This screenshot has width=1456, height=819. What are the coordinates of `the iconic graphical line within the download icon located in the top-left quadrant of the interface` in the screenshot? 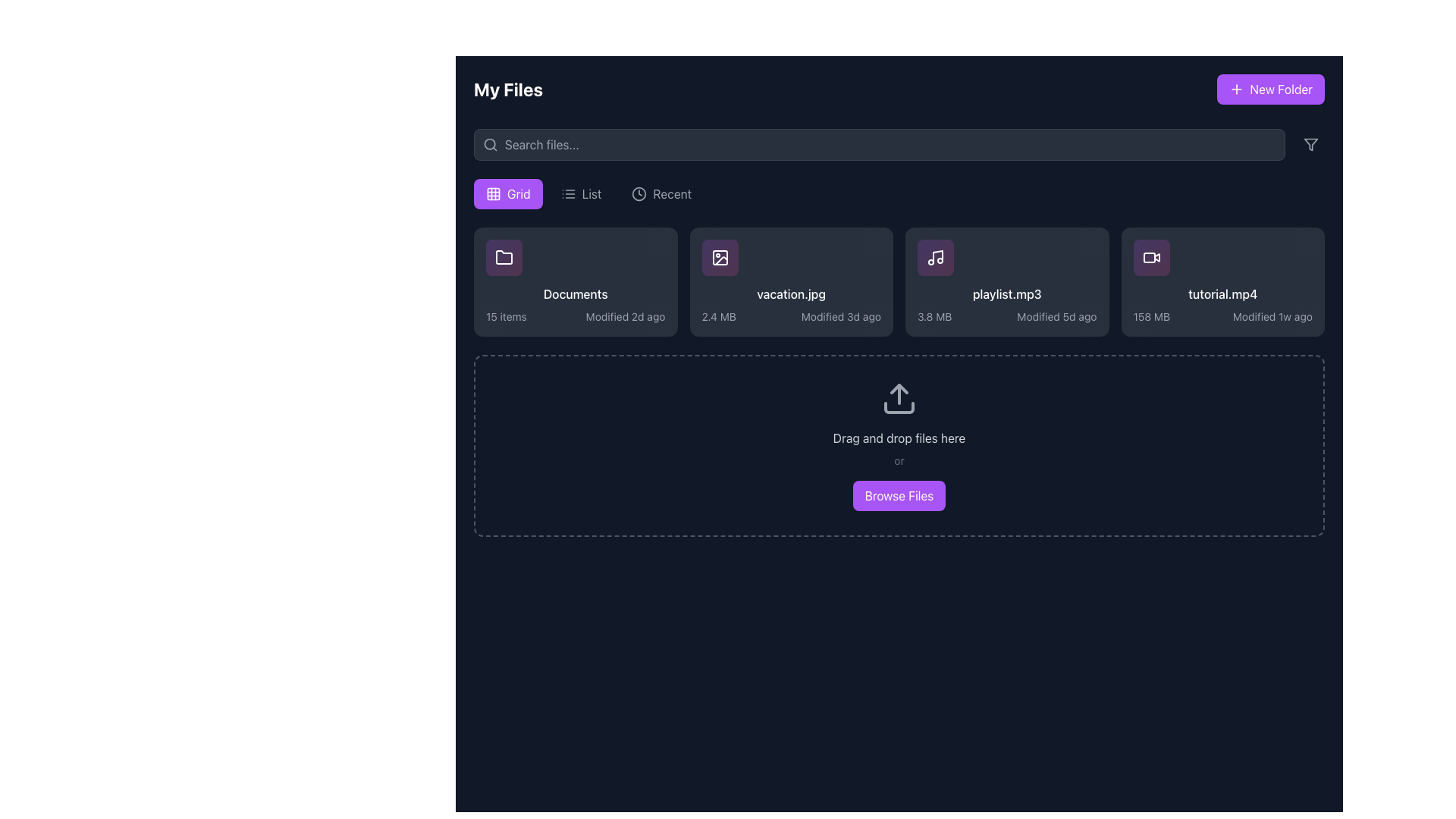 It's located at (539, 286).